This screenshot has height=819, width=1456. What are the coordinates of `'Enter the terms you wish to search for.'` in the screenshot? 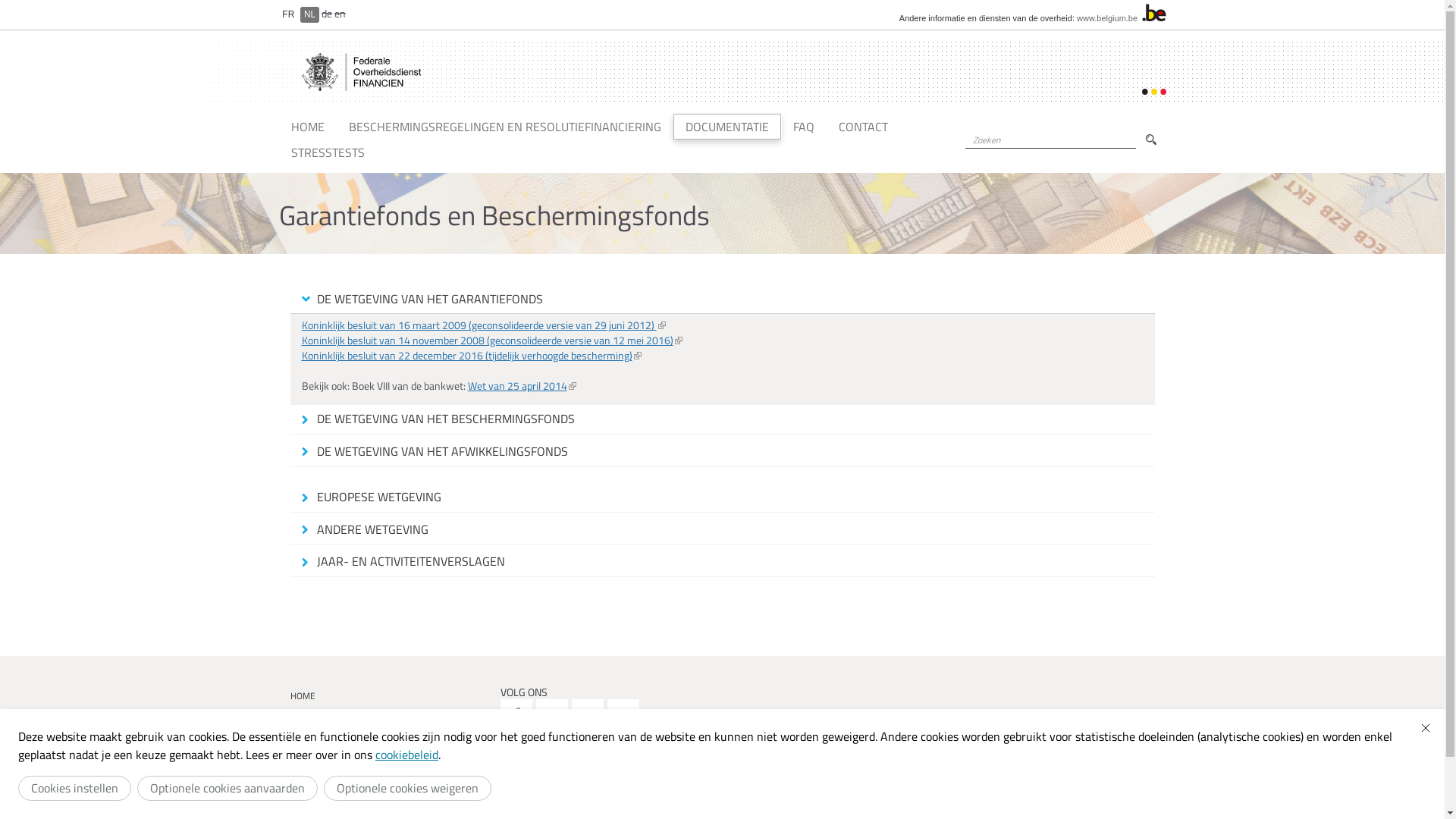 It's located at (1049, 140).